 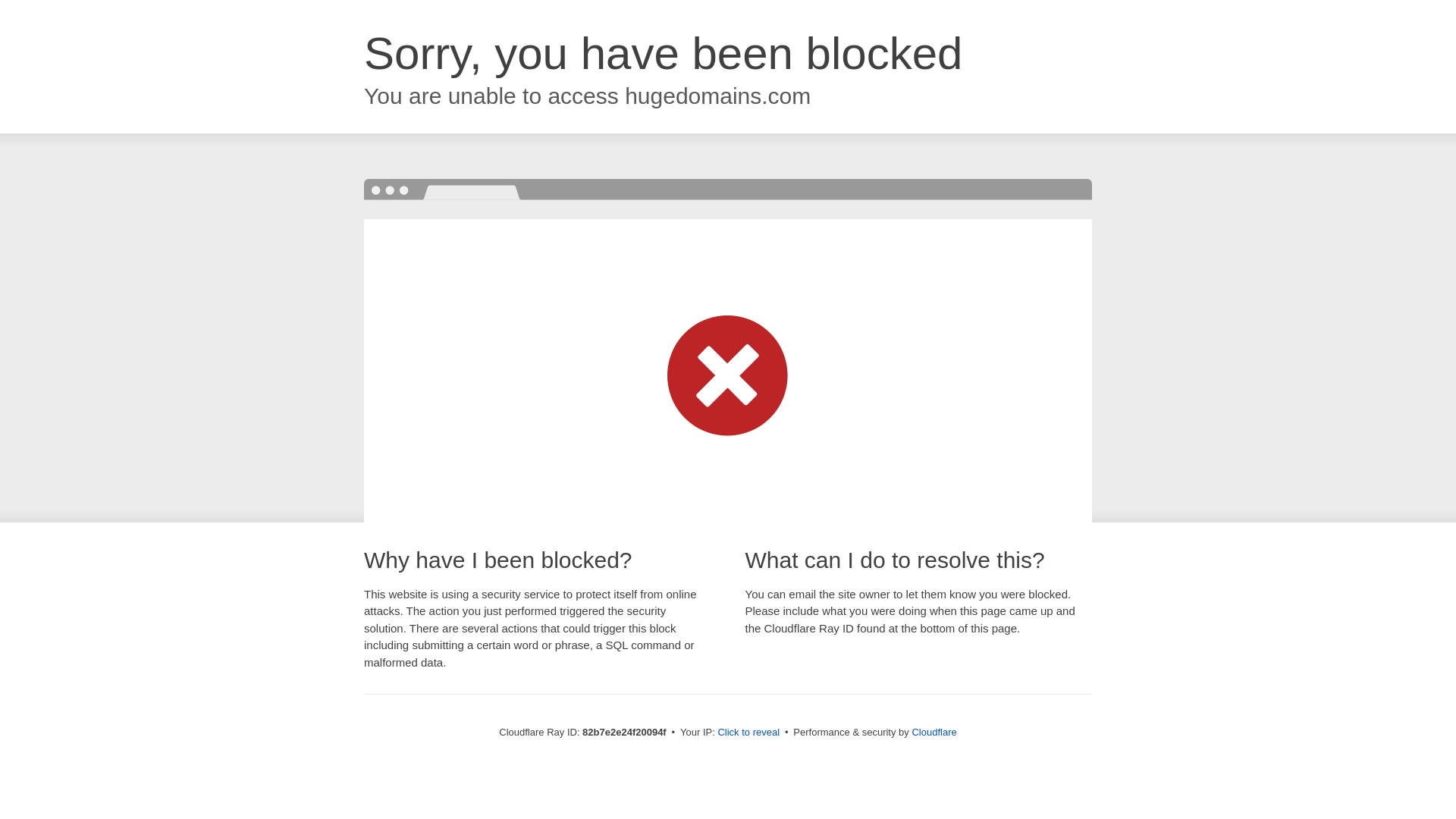 I want to click on 'Cloudflare', so click(x=933, y=731).